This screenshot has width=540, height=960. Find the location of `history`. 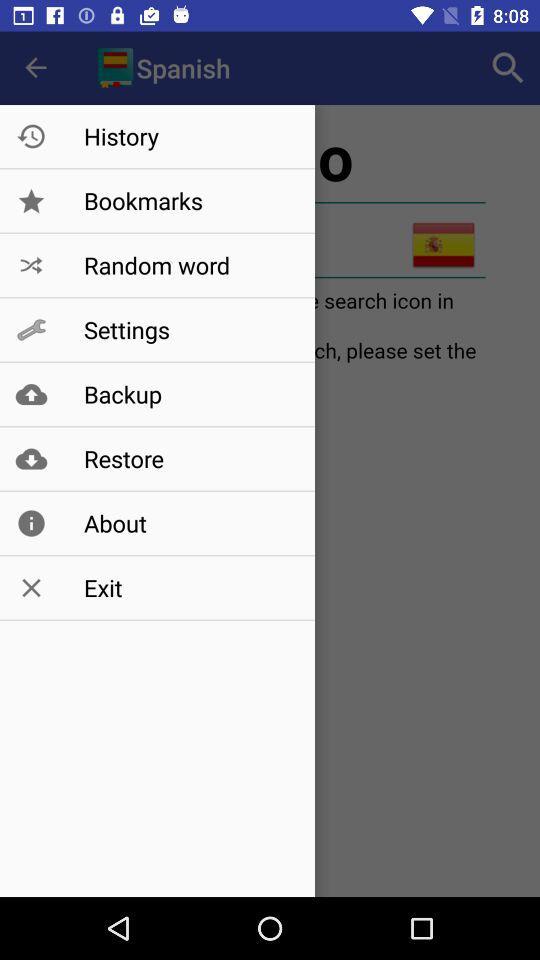

history is located at coordinates (189, 135).